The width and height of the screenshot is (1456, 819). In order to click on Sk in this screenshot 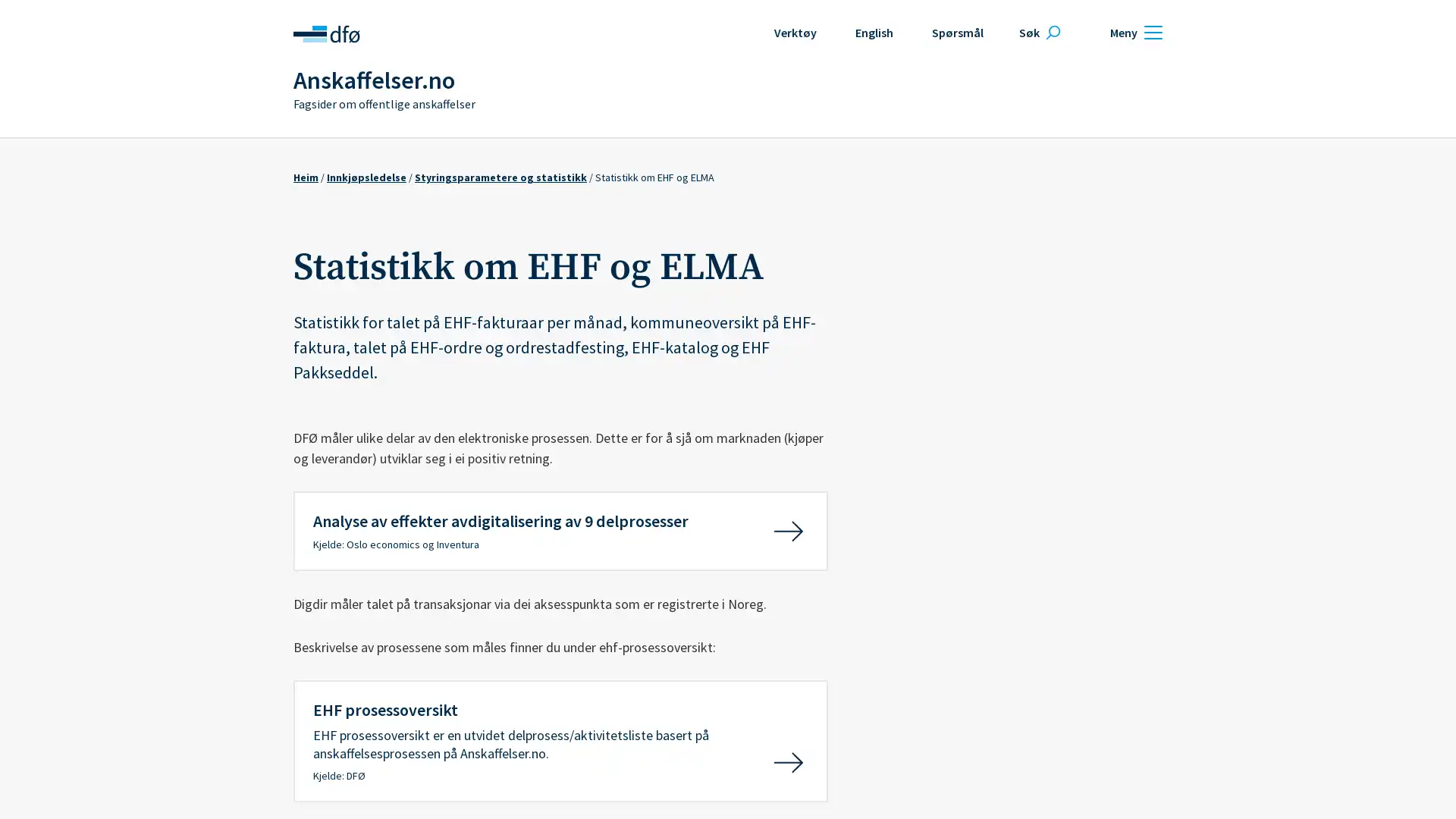, I will do `click(1037, 32)`.